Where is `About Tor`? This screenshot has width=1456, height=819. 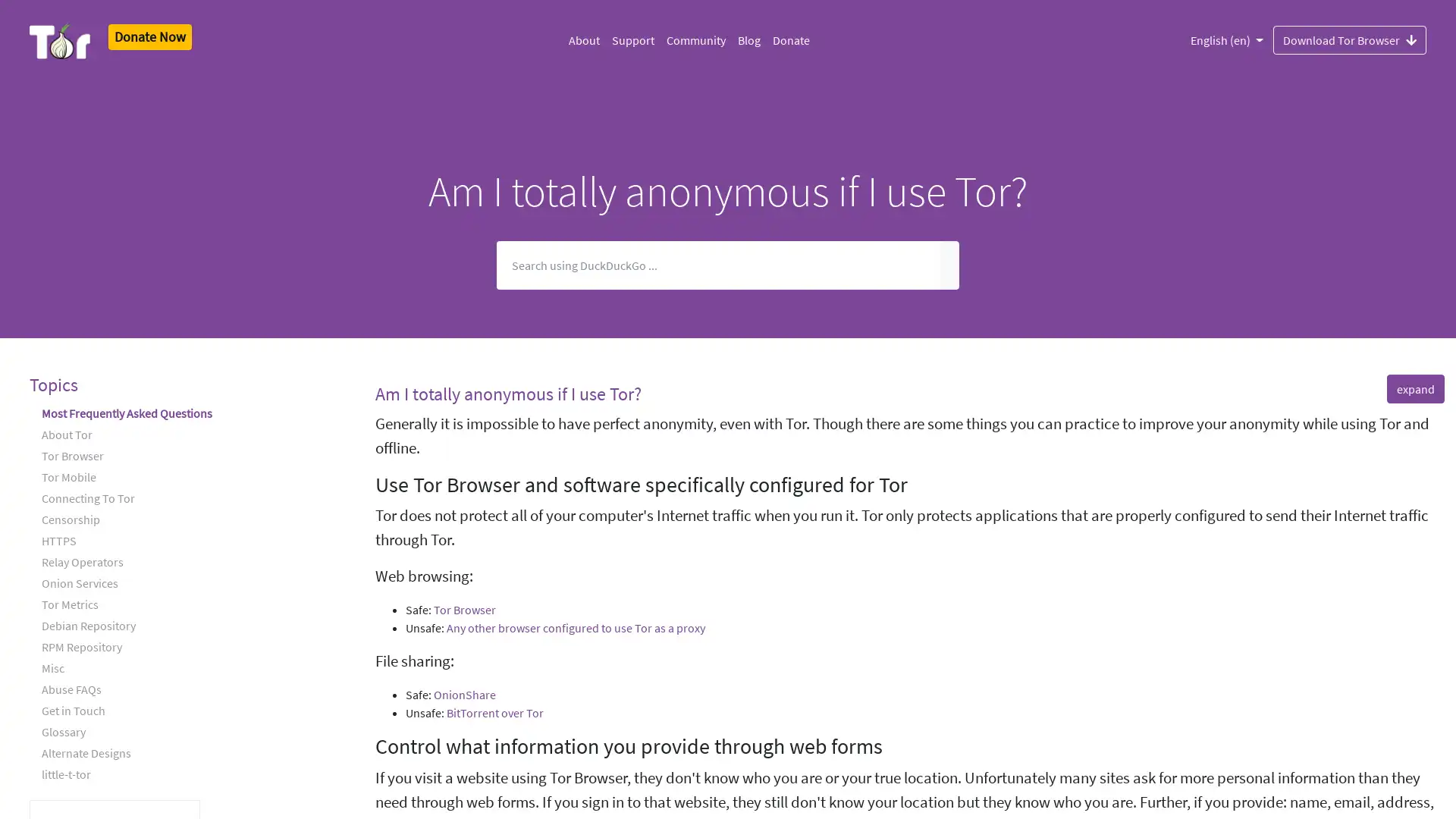
About Tor is located at coordinates (187, 433).